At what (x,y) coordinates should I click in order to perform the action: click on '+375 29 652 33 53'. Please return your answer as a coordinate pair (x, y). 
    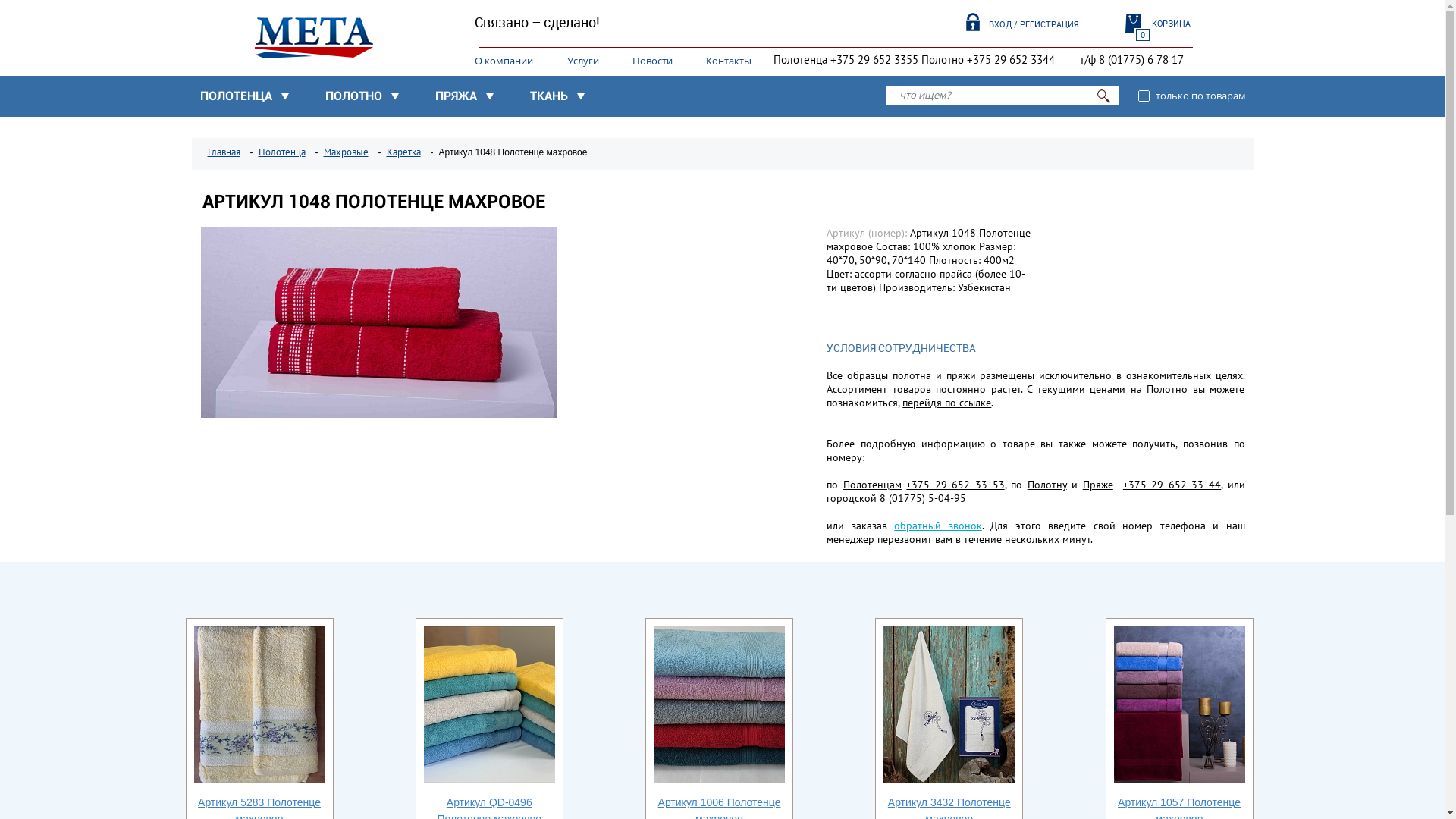
    Looking at the image, I should click on (906, 485).